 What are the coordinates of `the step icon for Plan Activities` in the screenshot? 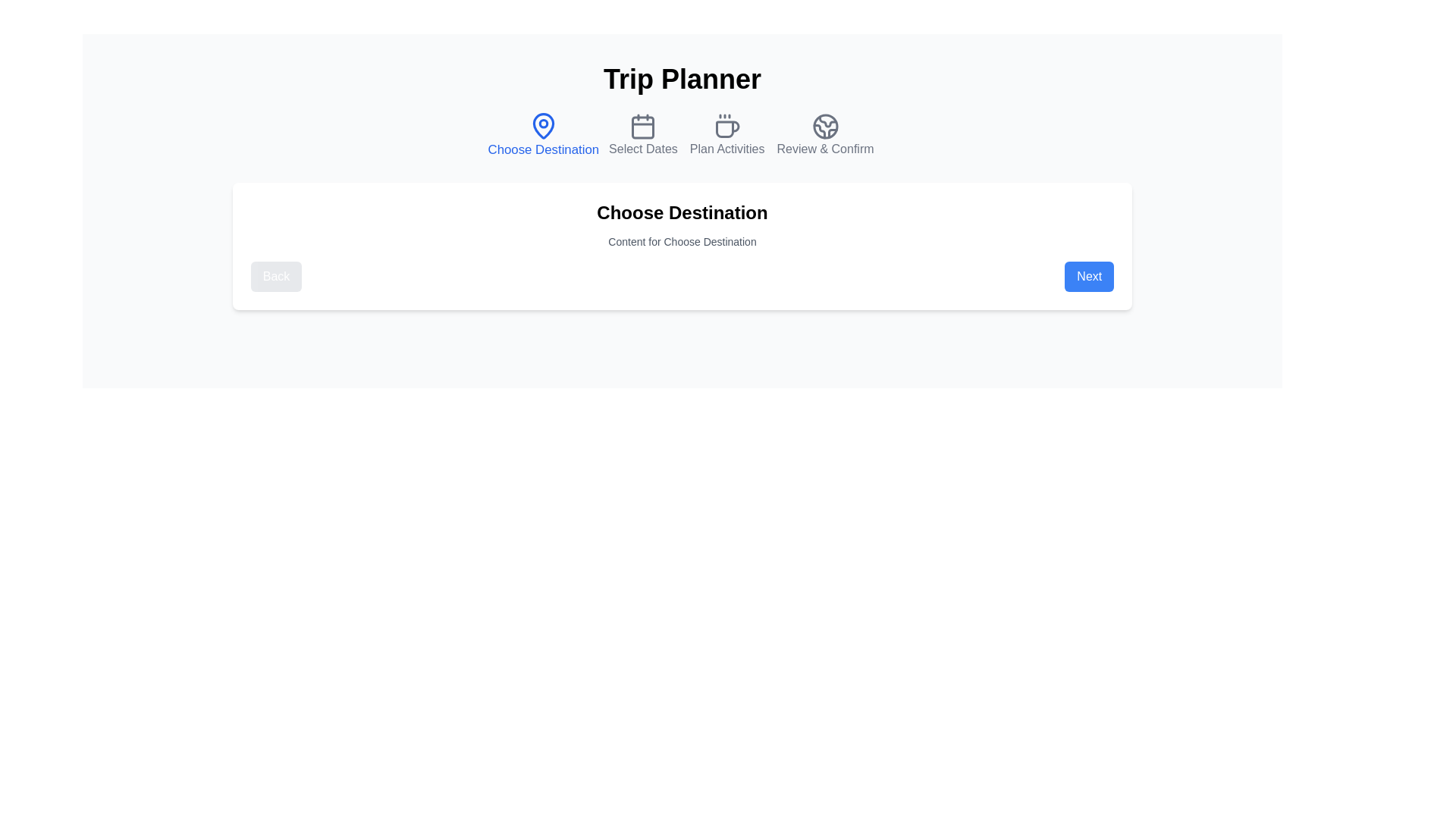 It's located at (726, 134).